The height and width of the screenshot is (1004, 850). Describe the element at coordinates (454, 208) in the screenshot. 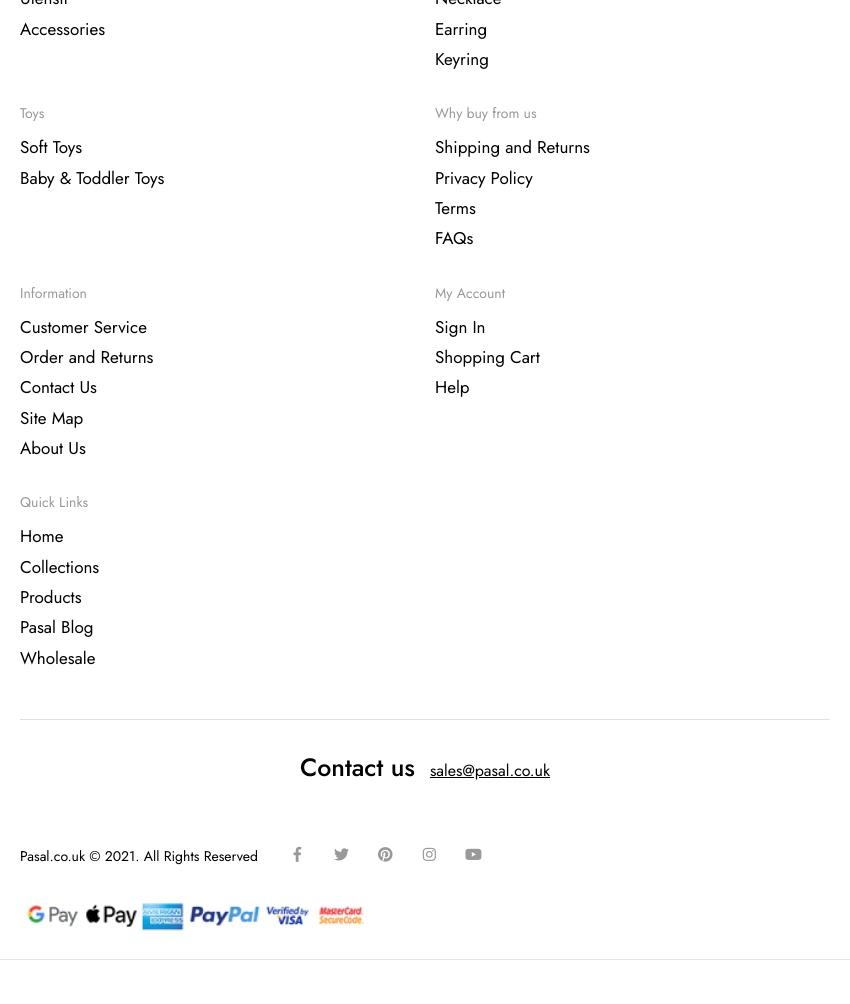

I see `'Terms'` at that location.